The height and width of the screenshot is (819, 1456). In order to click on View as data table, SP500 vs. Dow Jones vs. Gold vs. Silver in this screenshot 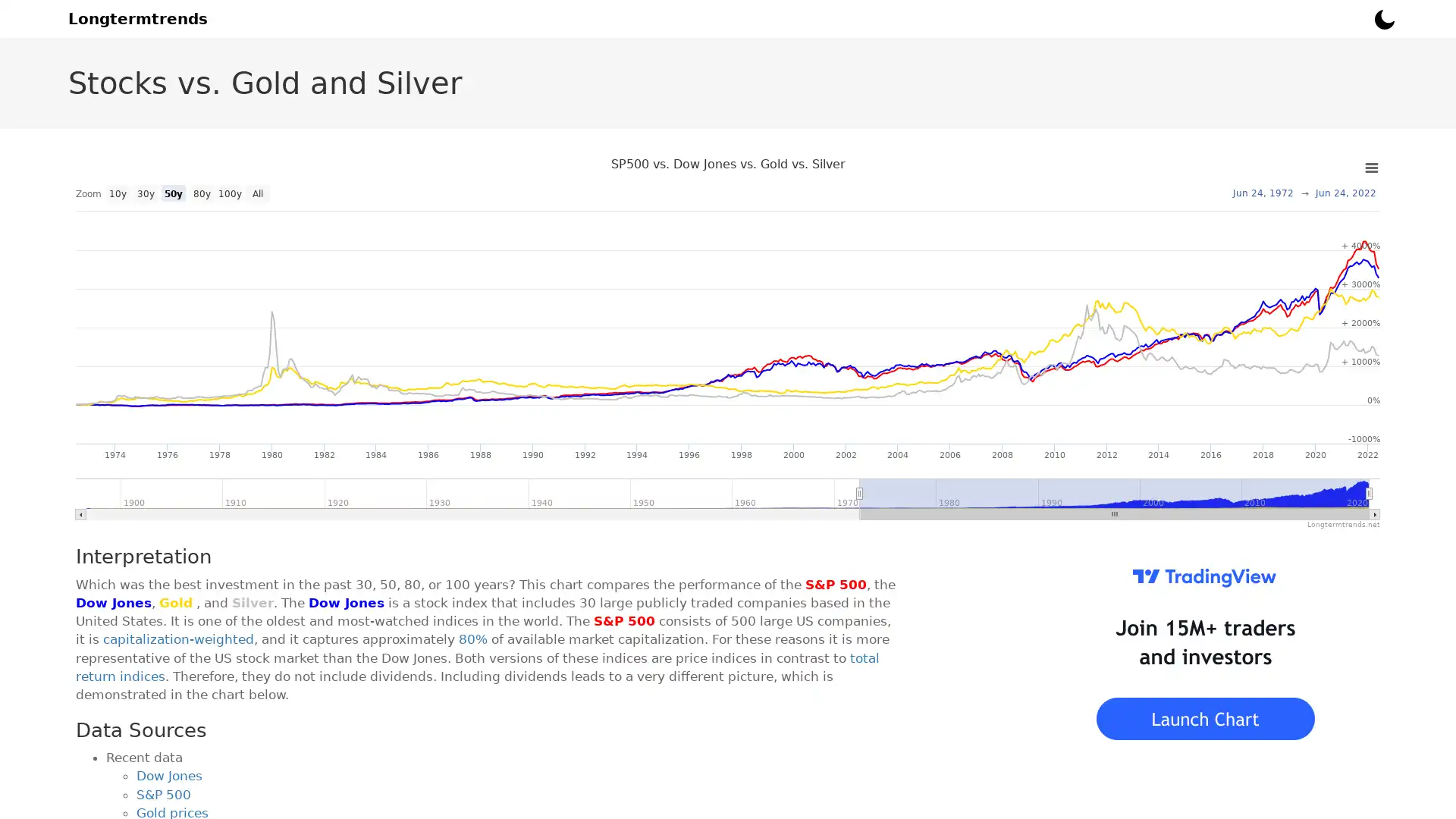, I will do `click(228, 199)`.